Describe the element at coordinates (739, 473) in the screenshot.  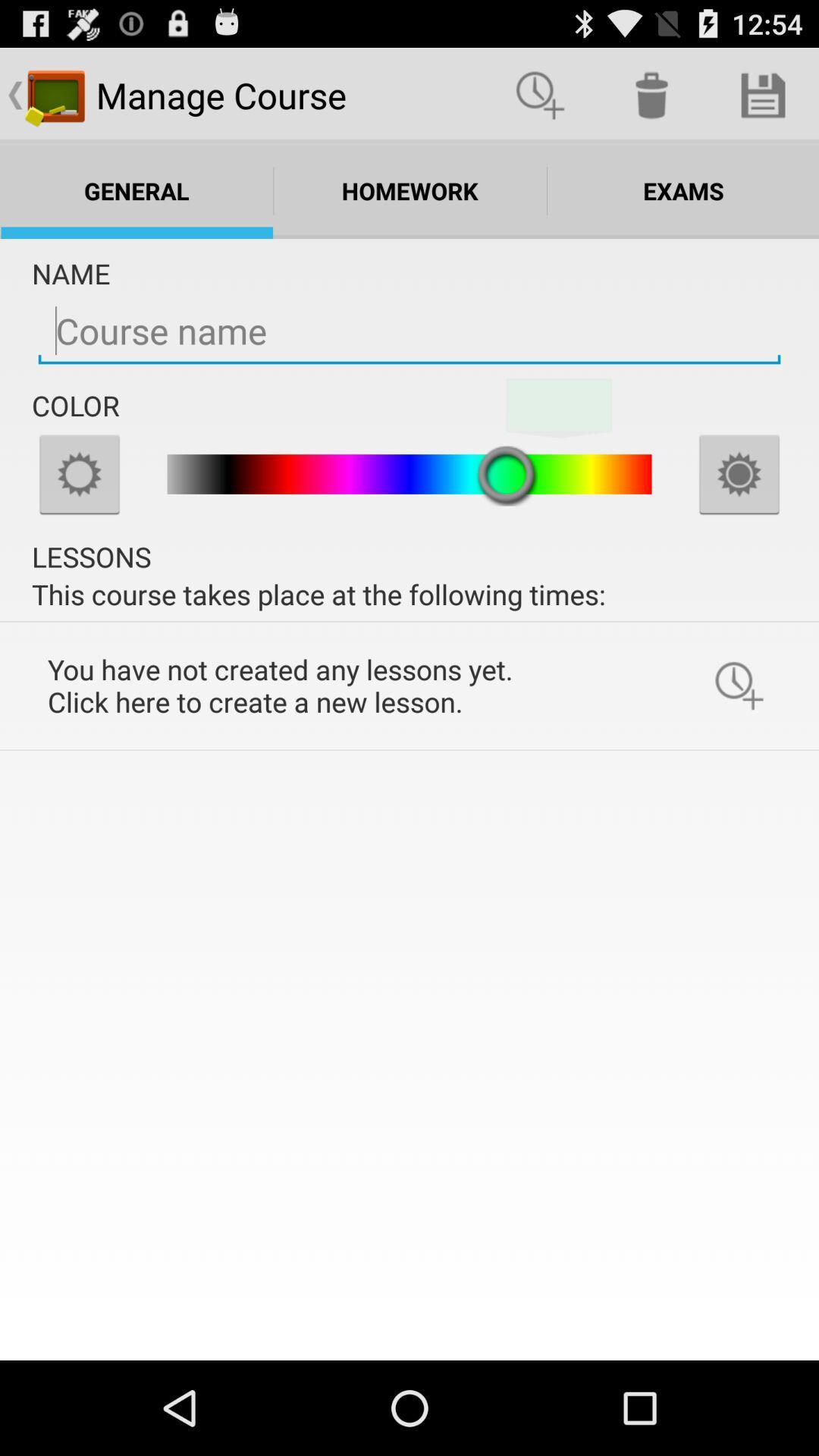
I see `increase color brightness` at that location.